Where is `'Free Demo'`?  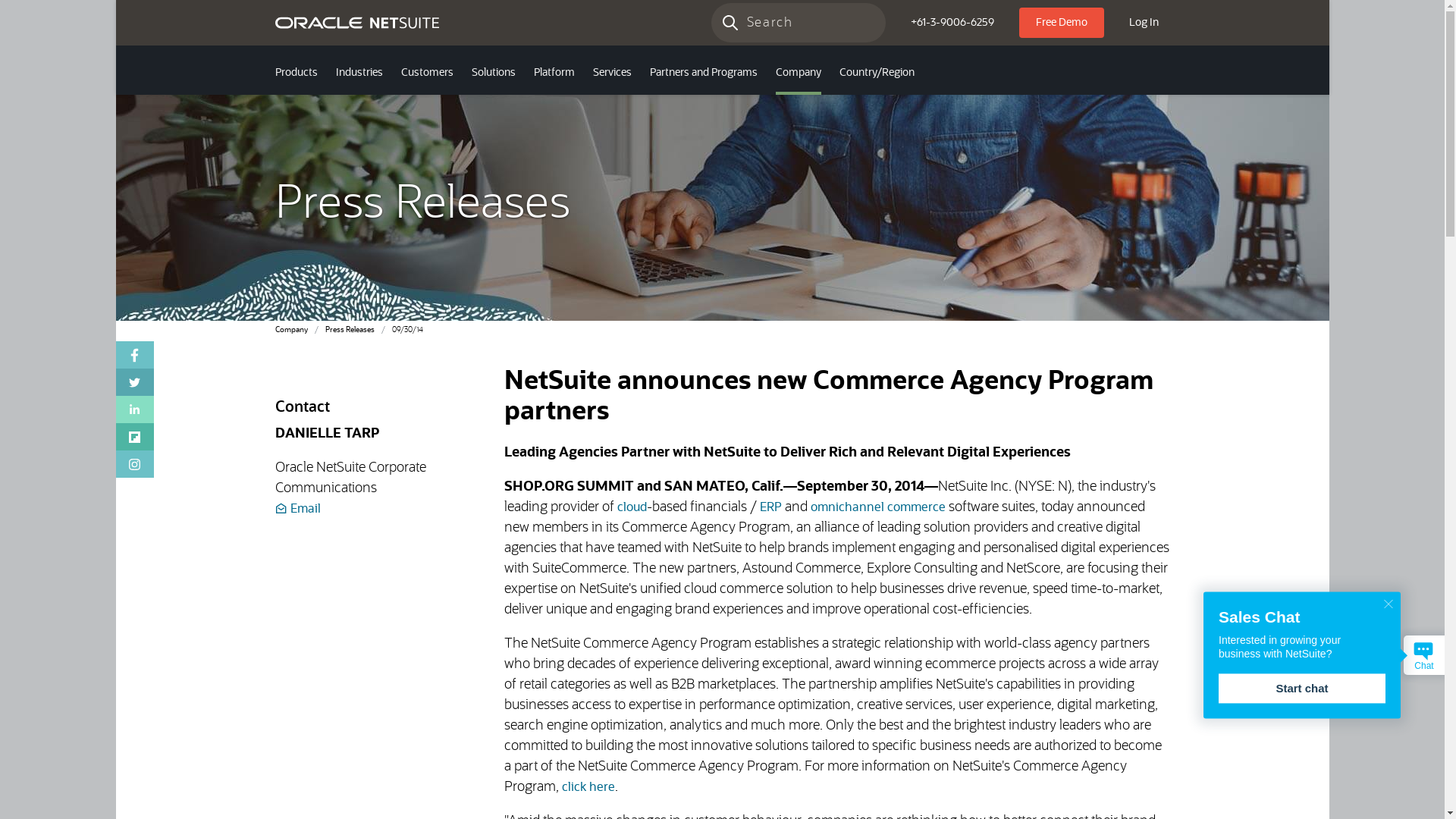 'Free Demo' is located at coordinates (1019, 23).